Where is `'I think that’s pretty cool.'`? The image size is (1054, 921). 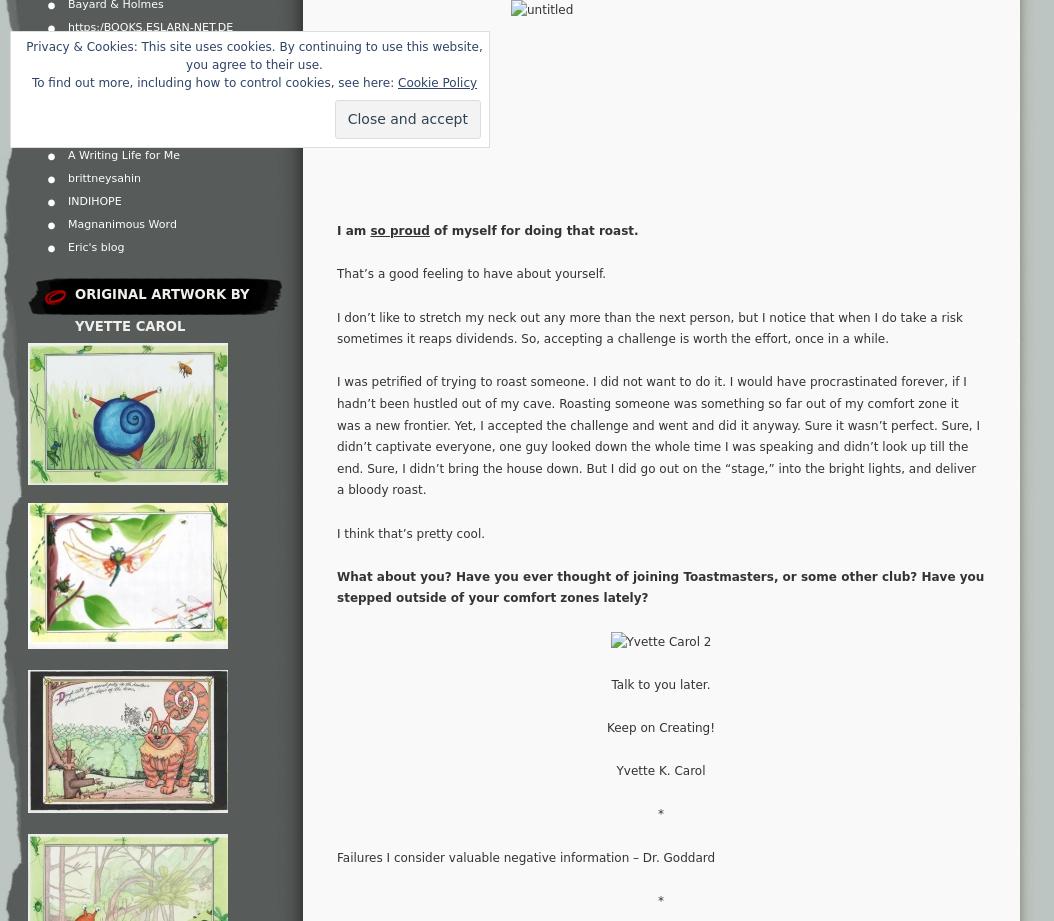 'I think that’s pretty cool.' is located at coordinates (336, 531).